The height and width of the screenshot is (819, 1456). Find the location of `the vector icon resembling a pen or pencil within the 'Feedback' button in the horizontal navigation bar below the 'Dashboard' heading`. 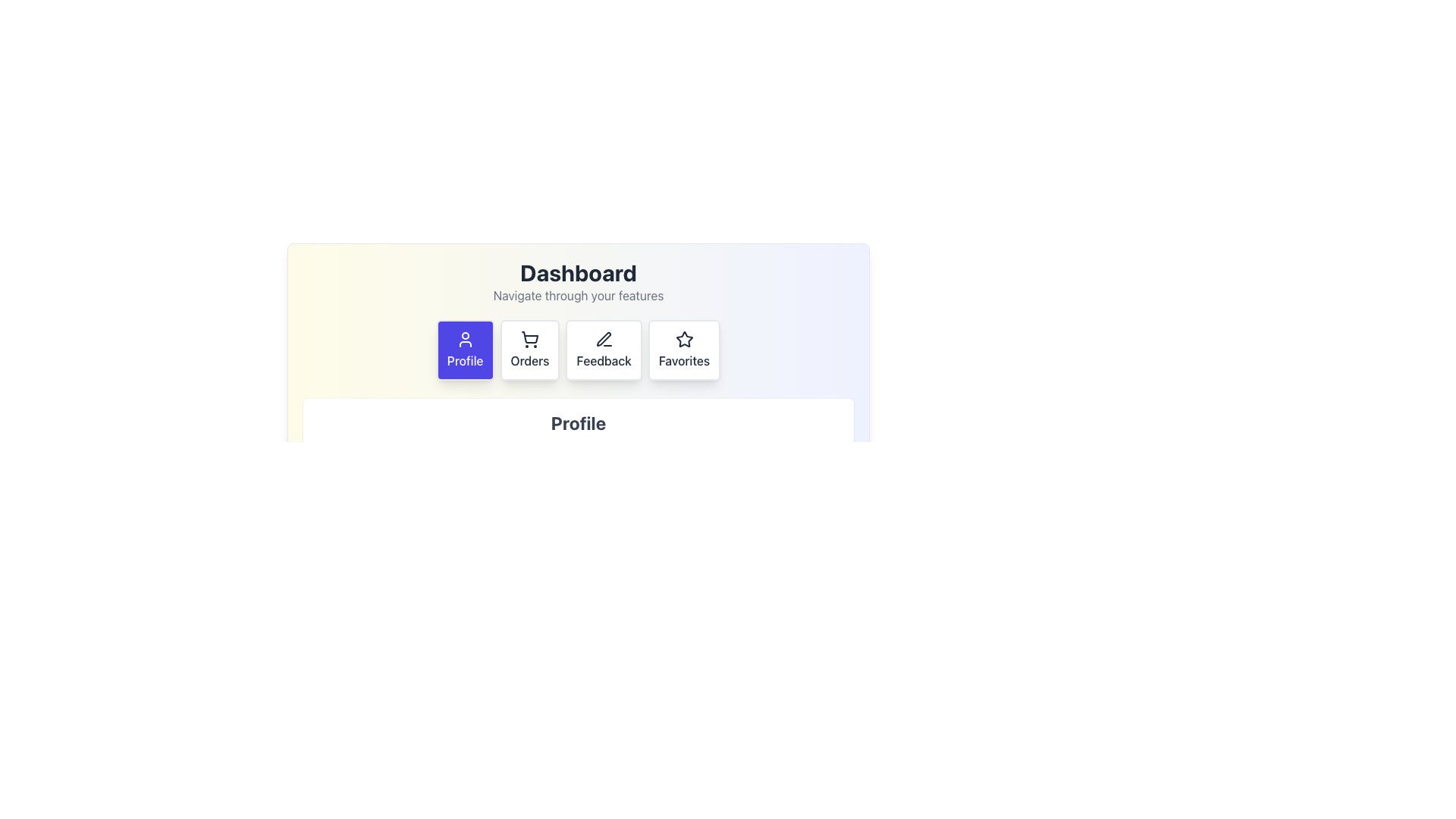

the vector icon resembling a pen or pencil within the 'Feedback' button in the horizontal navigation bar below the 'Dashboard' heading is located at coordinates (603, 338).